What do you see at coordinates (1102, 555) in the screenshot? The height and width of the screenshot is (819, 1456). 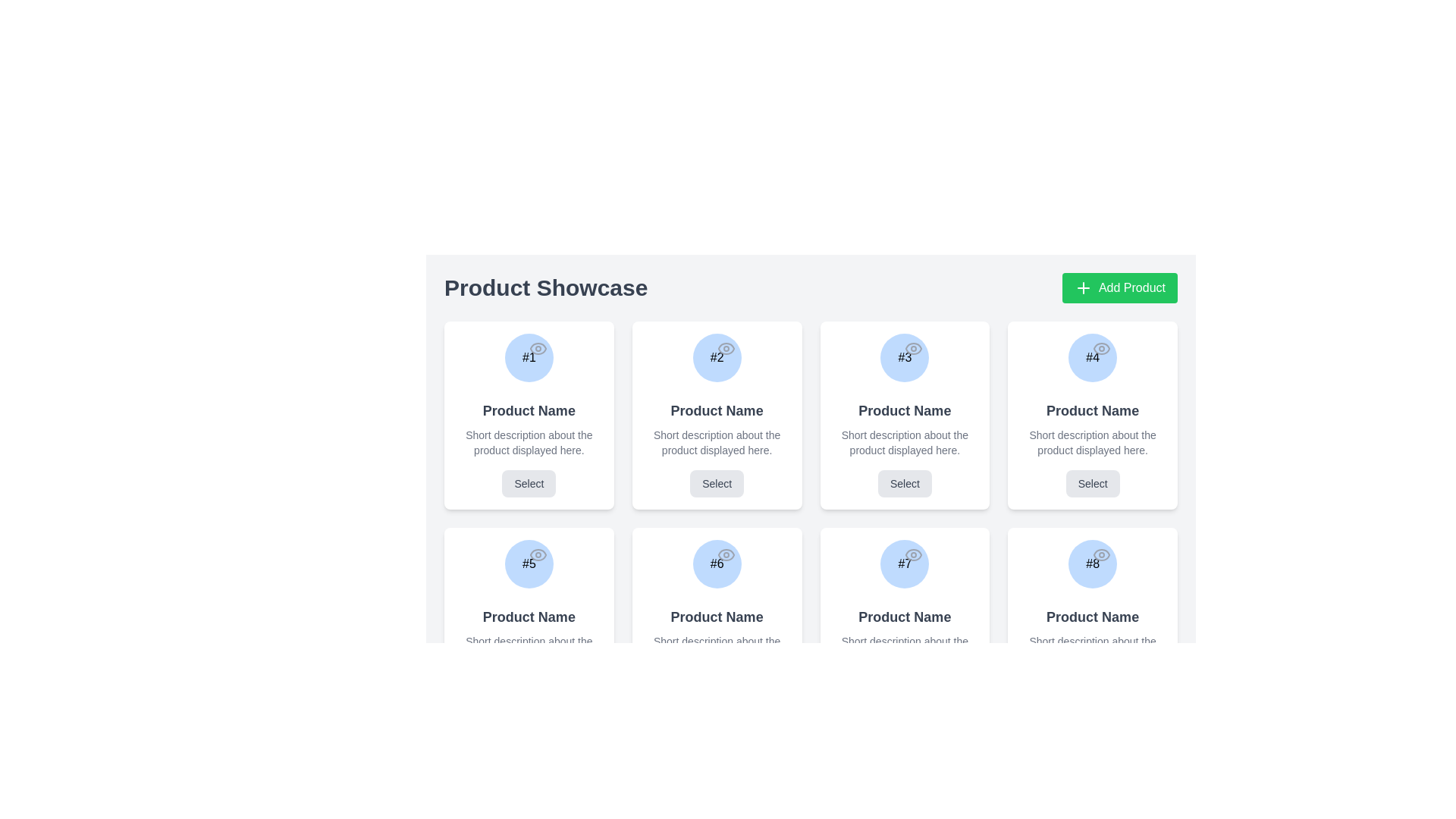 I see `the eye icon located in the top-right corner of product card '#8', which features a circular number indicator and visible text` at bounding box center [1102, 555].